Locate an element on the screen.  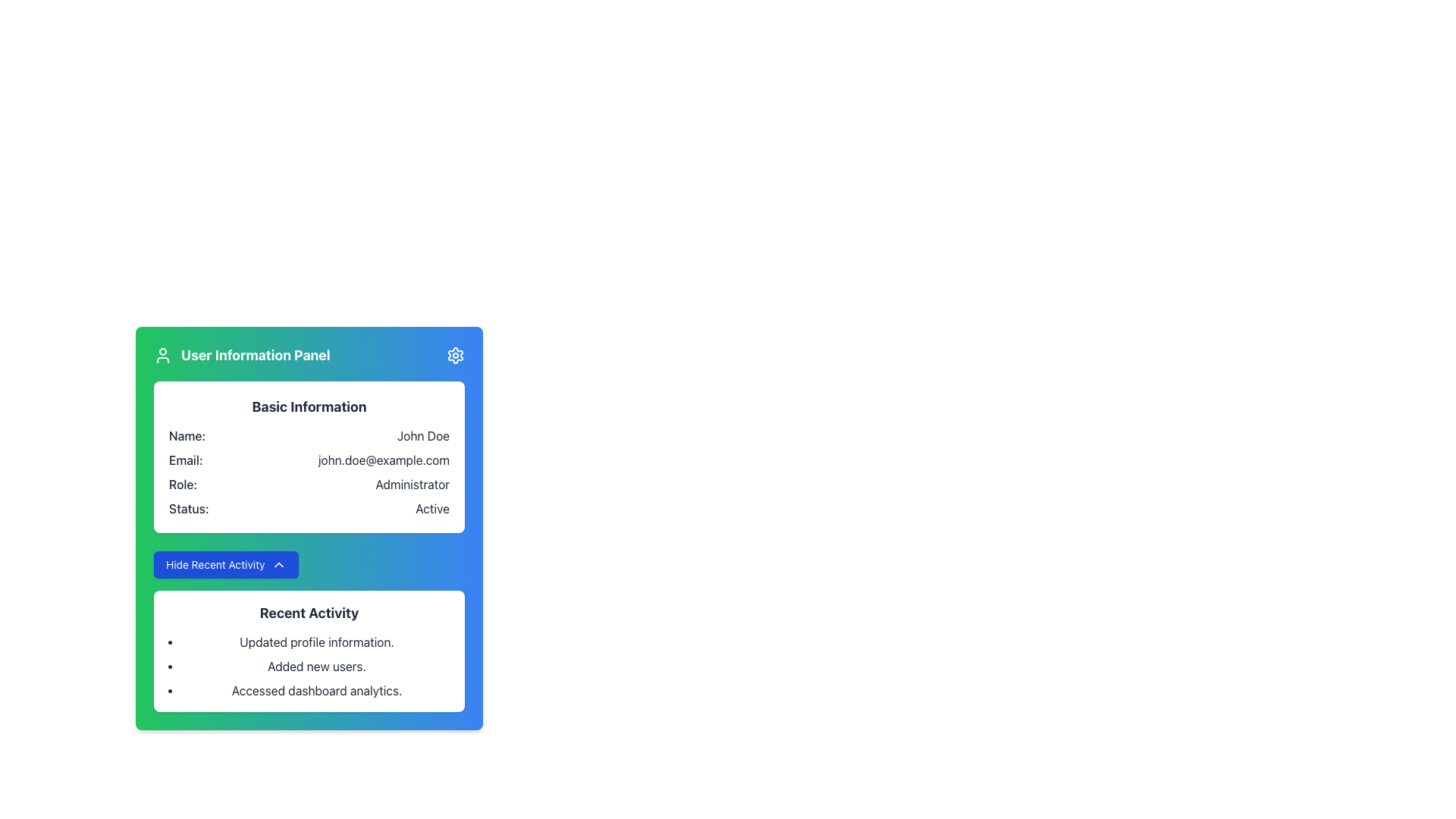
the toggle icon on the 'Hide Recent Activity' button located in the bottom-left of the 'User Information Panel' is located at coordinates (278, 564).